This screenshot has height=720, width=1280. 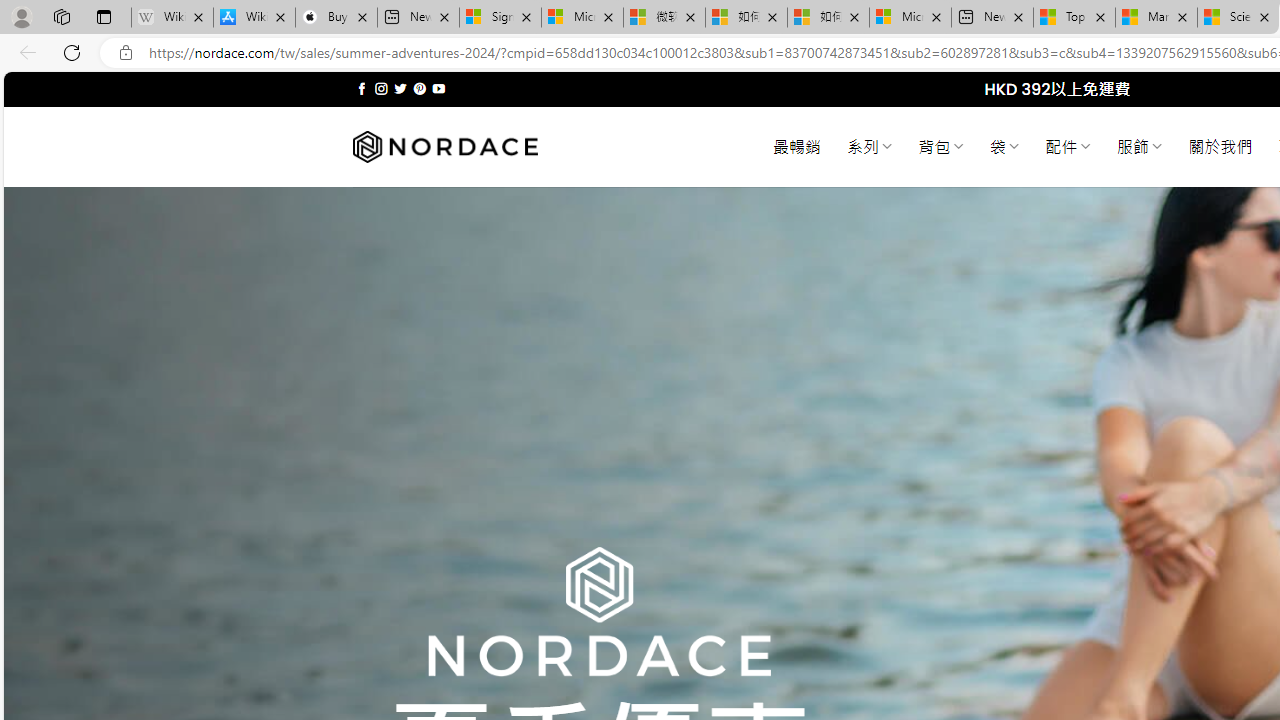 I want to click on 'Follow on Pinterest', so click(x=418, y=88).